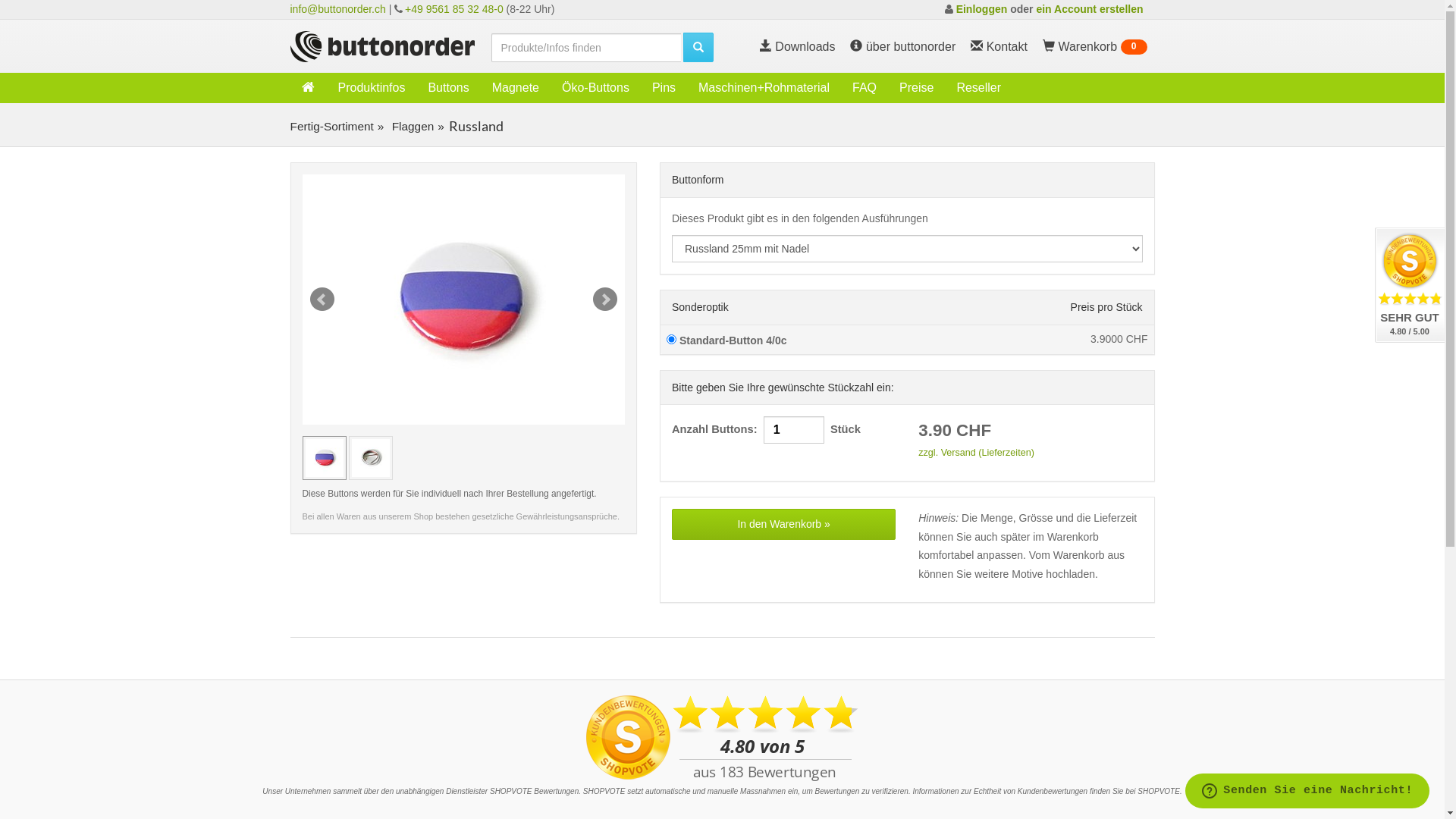  What do you see at coordinates (381, 45) in the screenshot?
I see `'Weiter zur Buttonorder-Startseite'` at bounding box center [381, 45].